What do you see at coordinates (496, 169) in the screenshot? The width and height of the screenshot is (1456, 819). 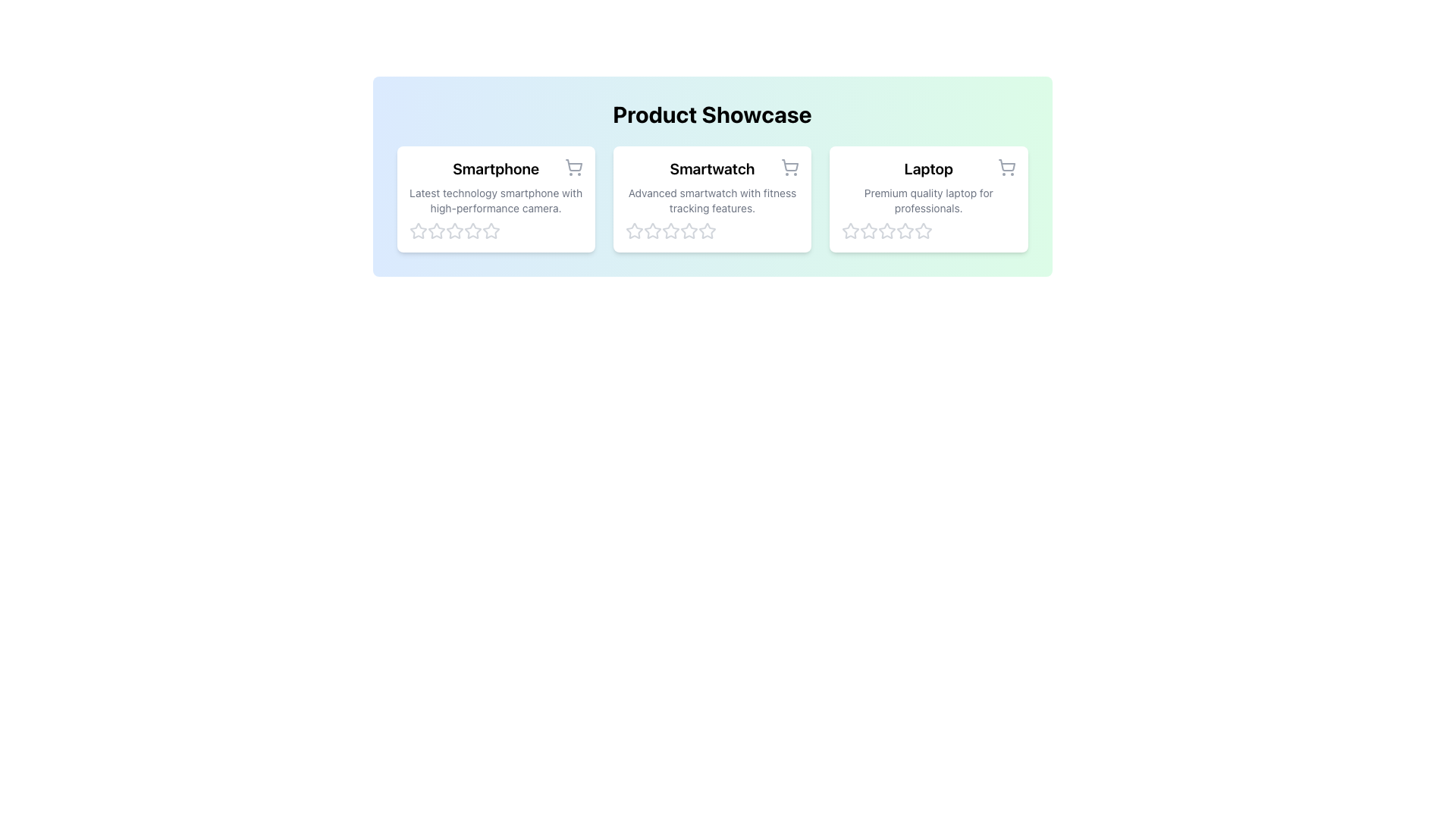 I see `bold text label 'Smartphone' located at the top of the first product card in the product showcase section` at bounding box center [496, 169].